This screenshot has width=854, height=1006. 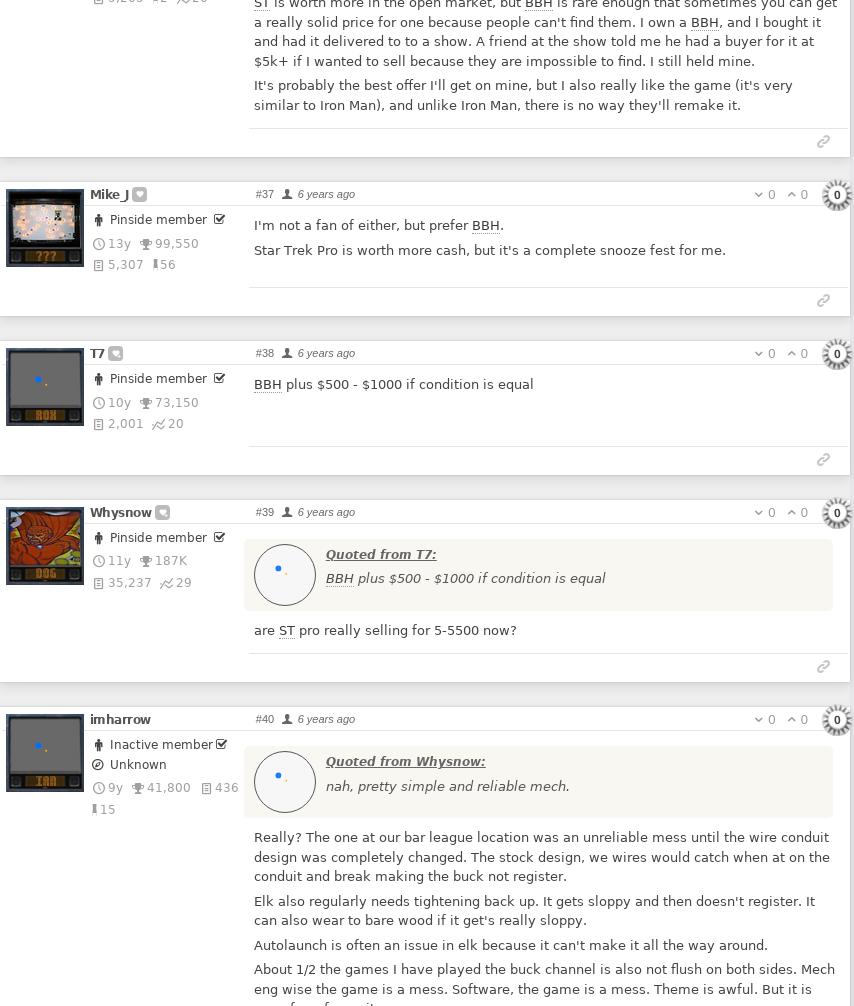 I want to click on 'Quoted from Whysnow:', so click(x=324, y=761).